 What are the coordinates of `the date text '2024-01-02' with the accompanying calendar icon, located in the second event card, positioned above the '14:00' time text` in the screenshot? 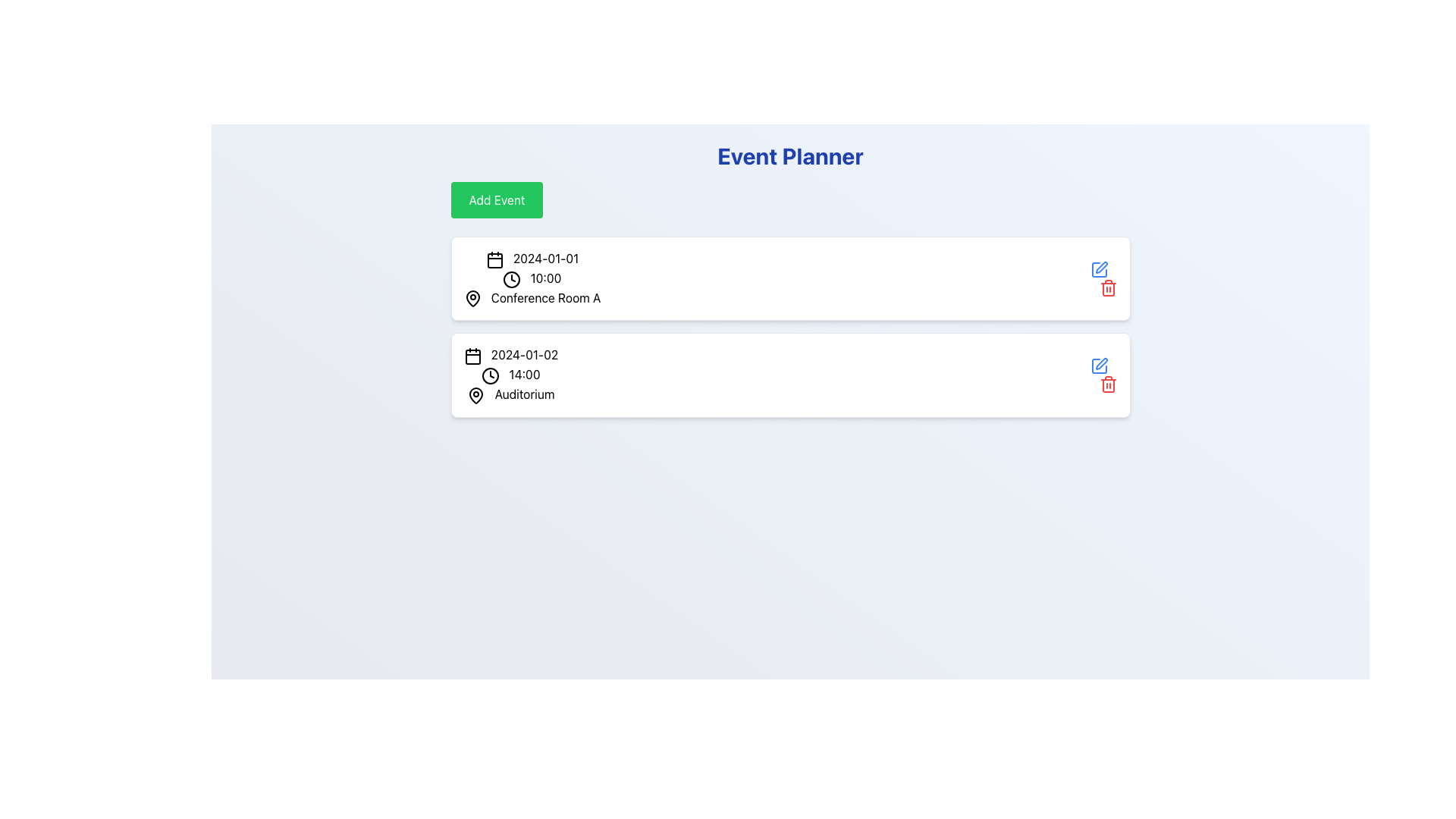 It's located at (510, 356).